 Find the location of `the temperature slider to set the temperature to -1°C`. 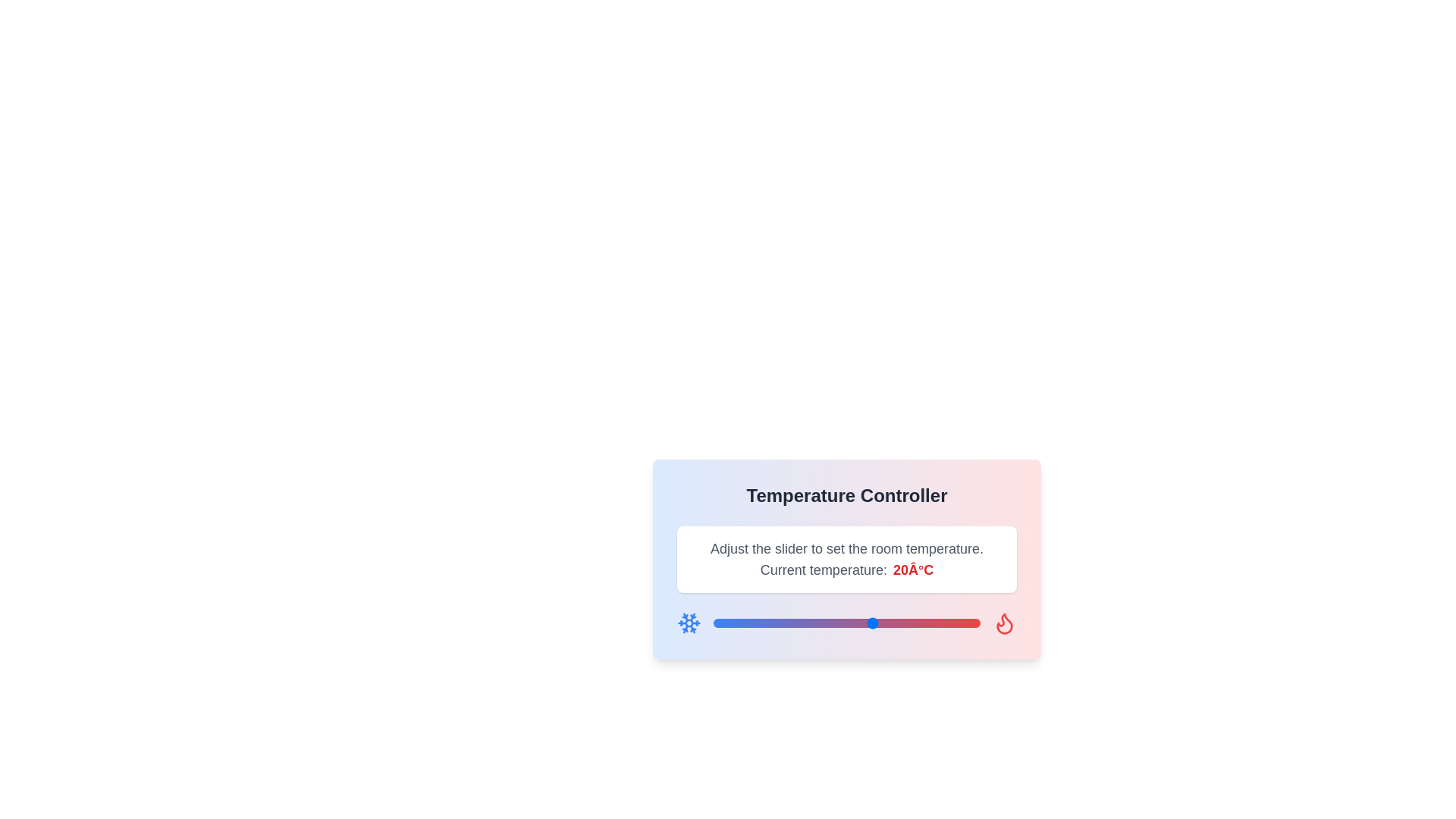

the temperature slider to set the temperature to -1°C is located at coordinates (761, 623).